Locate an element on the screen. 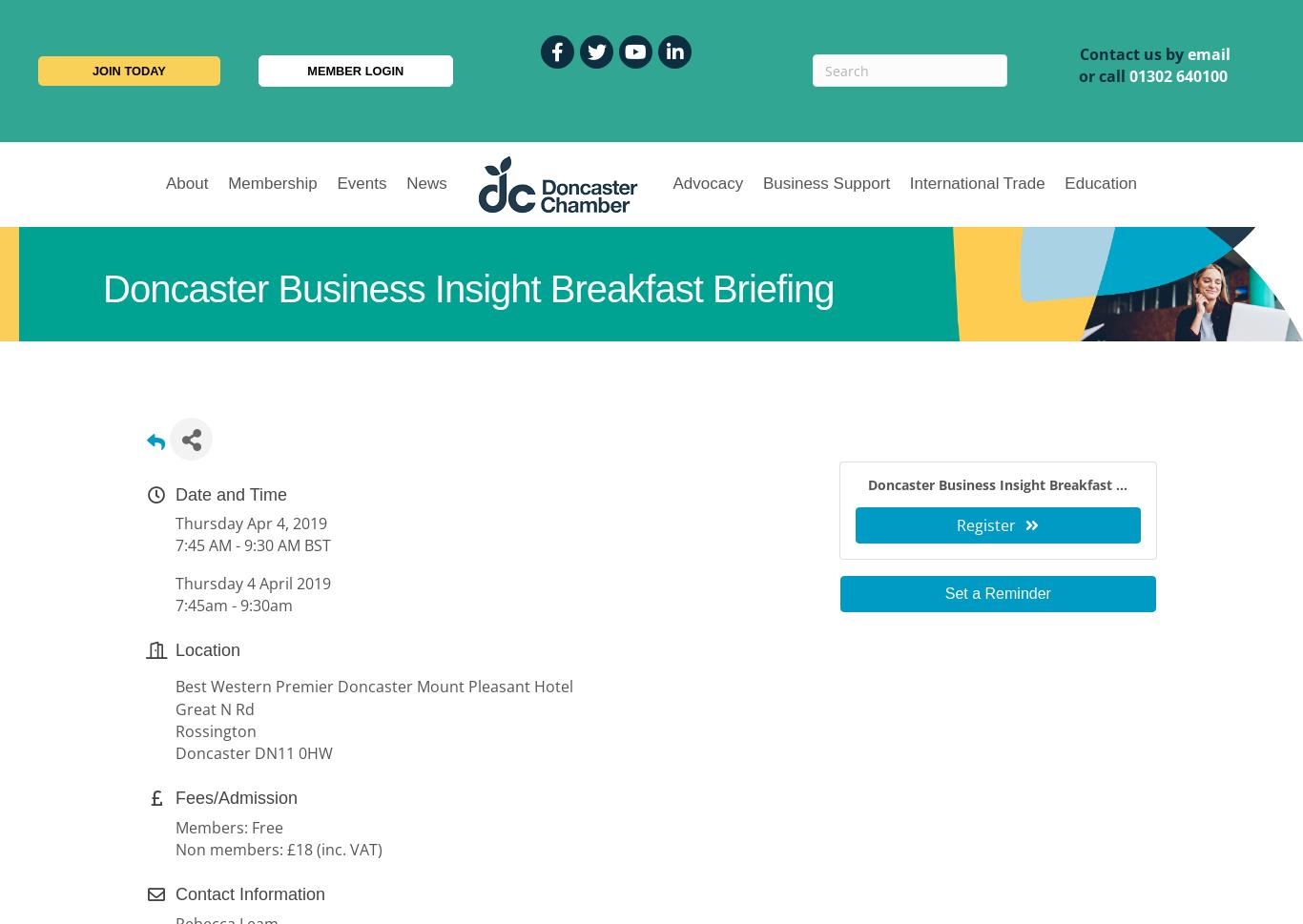 The width and height of the screenshot is (1303, 924). 'all' is located at coordinates (1116, 75).